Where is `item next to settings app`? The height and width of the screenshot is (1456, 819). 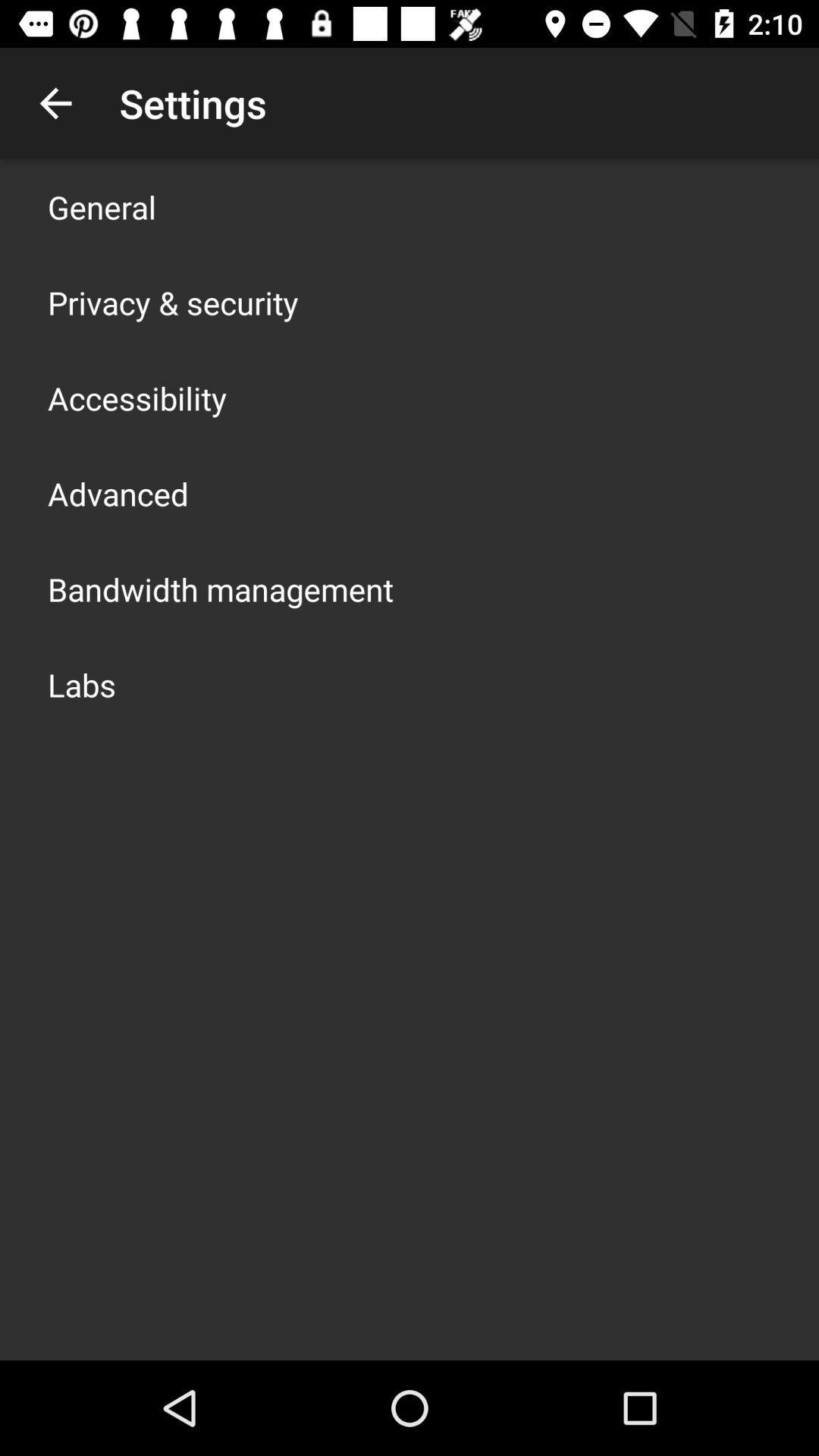
item next to settings app is located at coordinates (55, 102).